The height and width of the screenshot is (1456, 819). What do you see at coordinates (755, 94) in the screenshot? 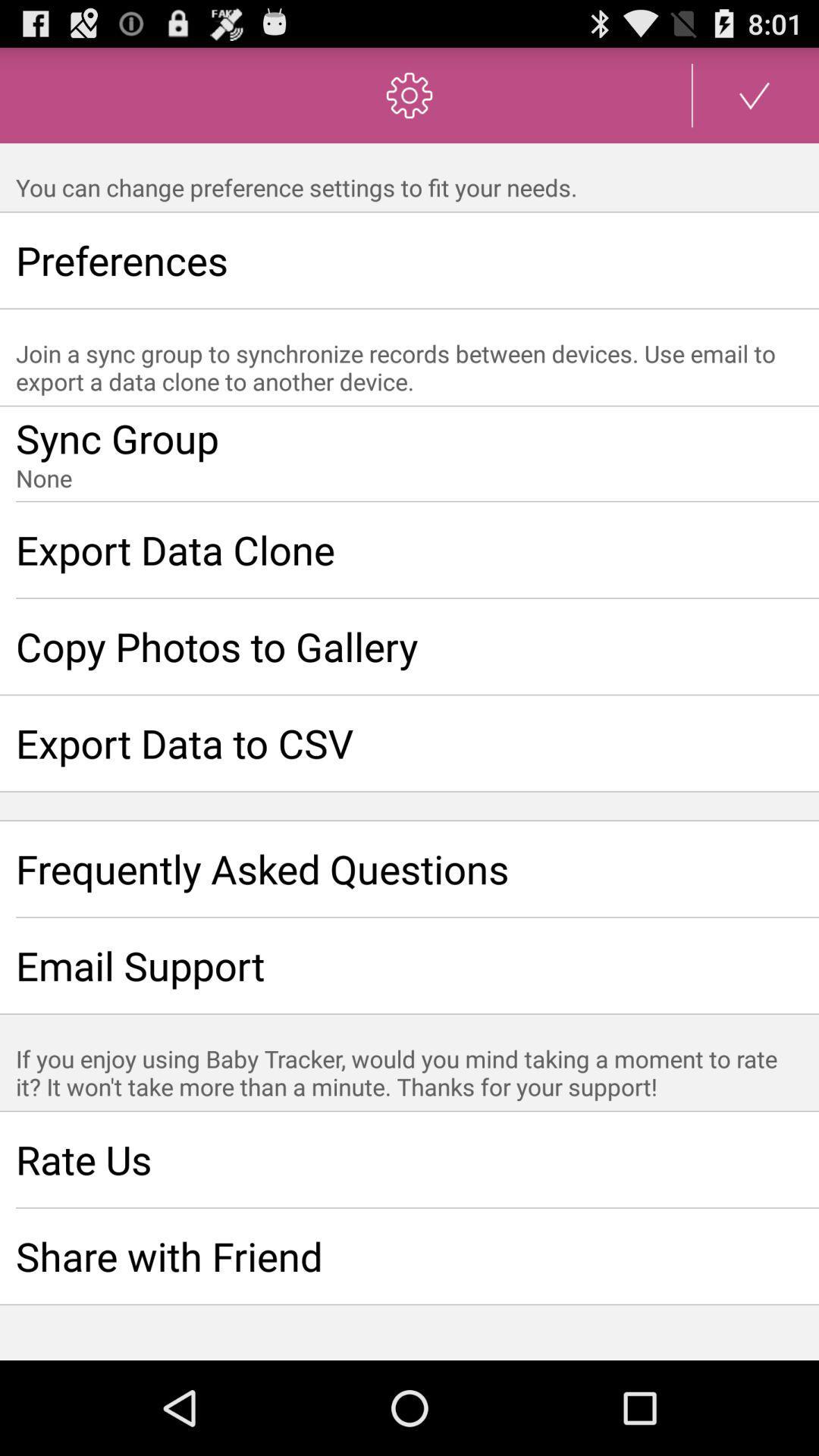
I see `switch save` at bounding box center [755, 94].